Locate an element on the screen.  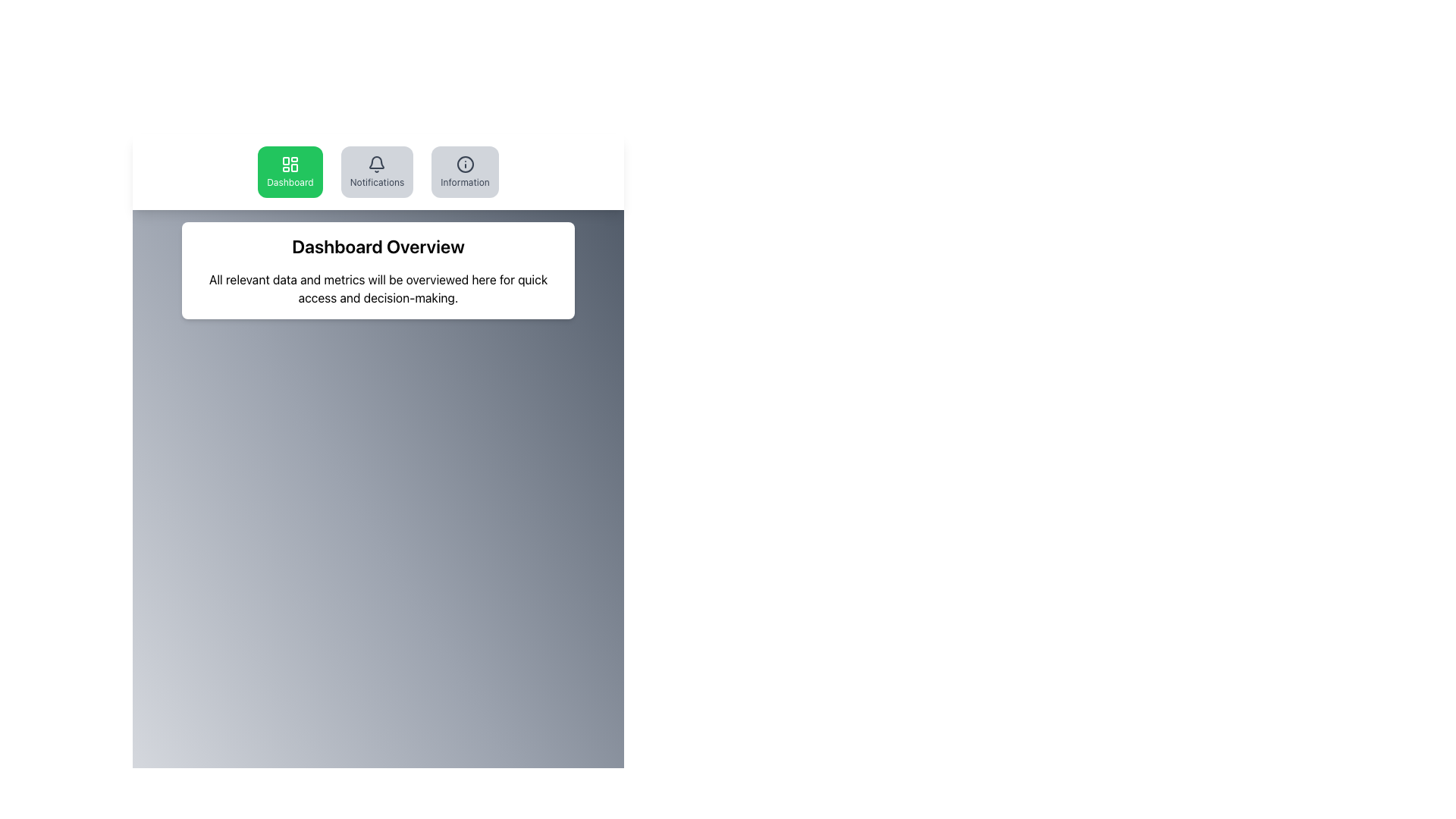
the 'Notifications' label, which is a small text label in light gray color located beneath the bell icon is located at coordinates (377, 181).